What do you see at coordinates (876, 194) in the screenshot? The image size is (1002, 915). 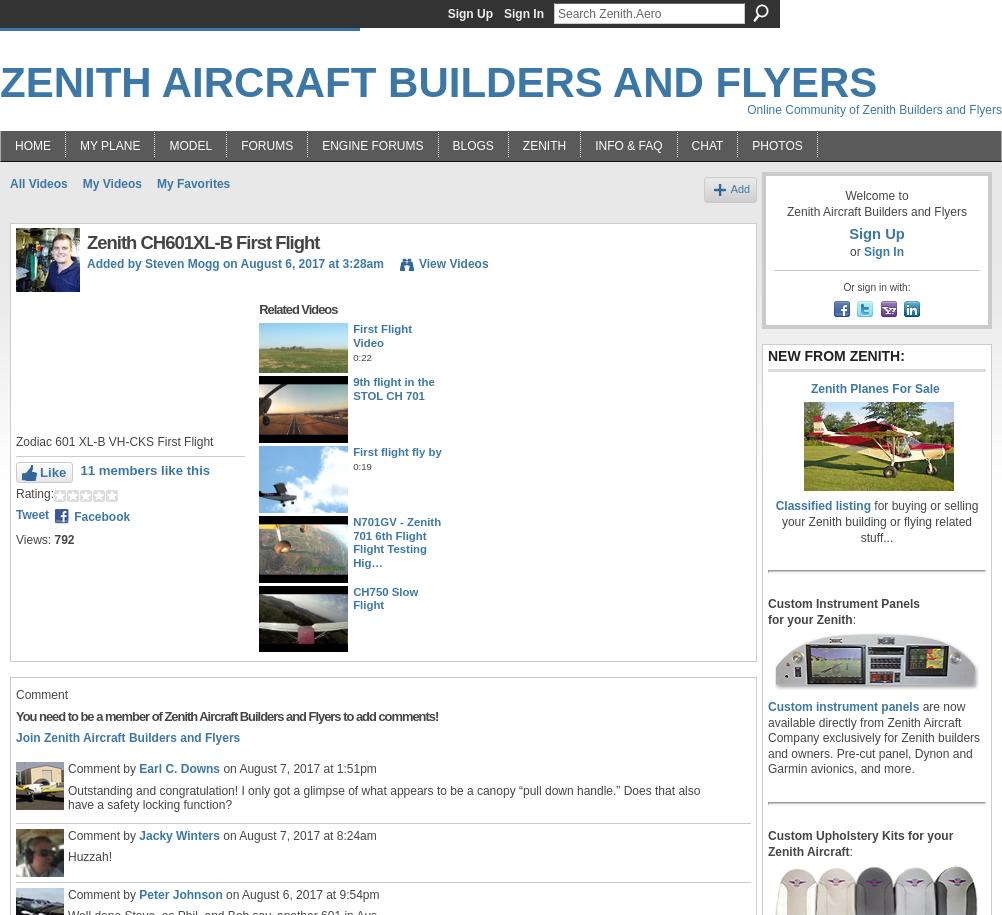 I see `'Welcome to'` at bounding box center [876, 194].